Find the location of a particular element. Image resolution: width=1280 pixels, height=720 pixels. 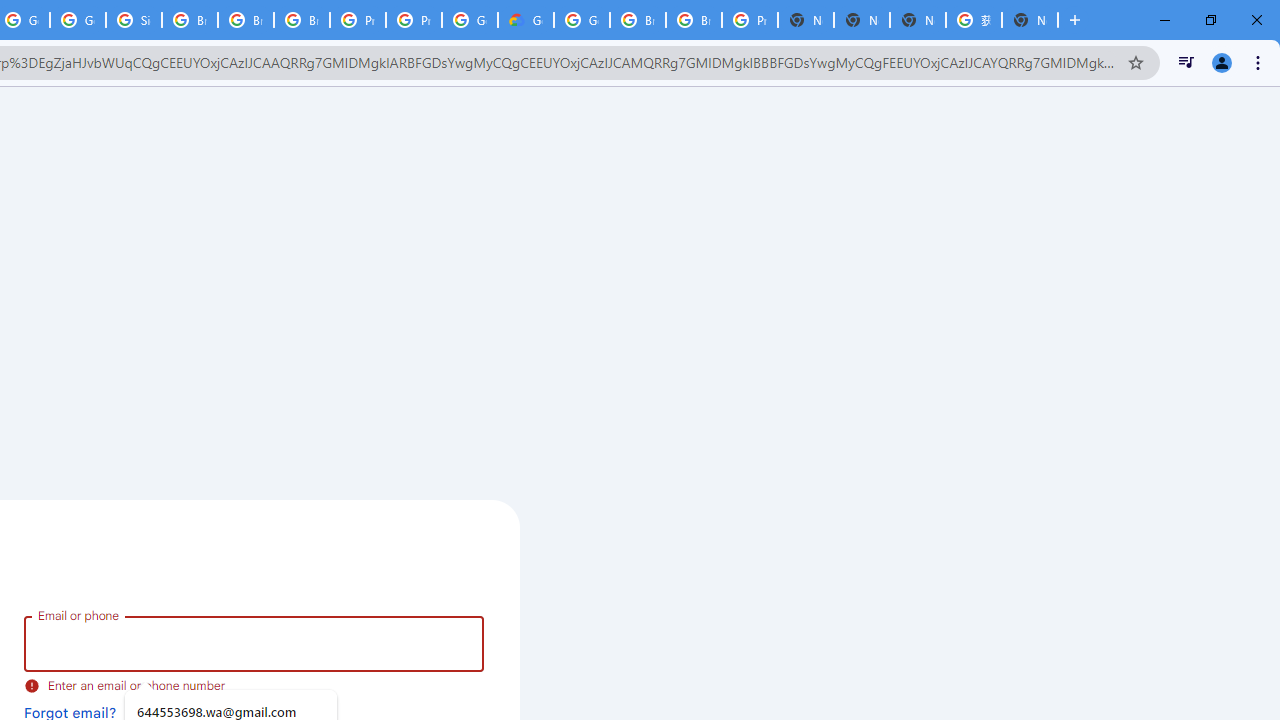

'Google Cloud Platform' is located at coordinates (581, 20).